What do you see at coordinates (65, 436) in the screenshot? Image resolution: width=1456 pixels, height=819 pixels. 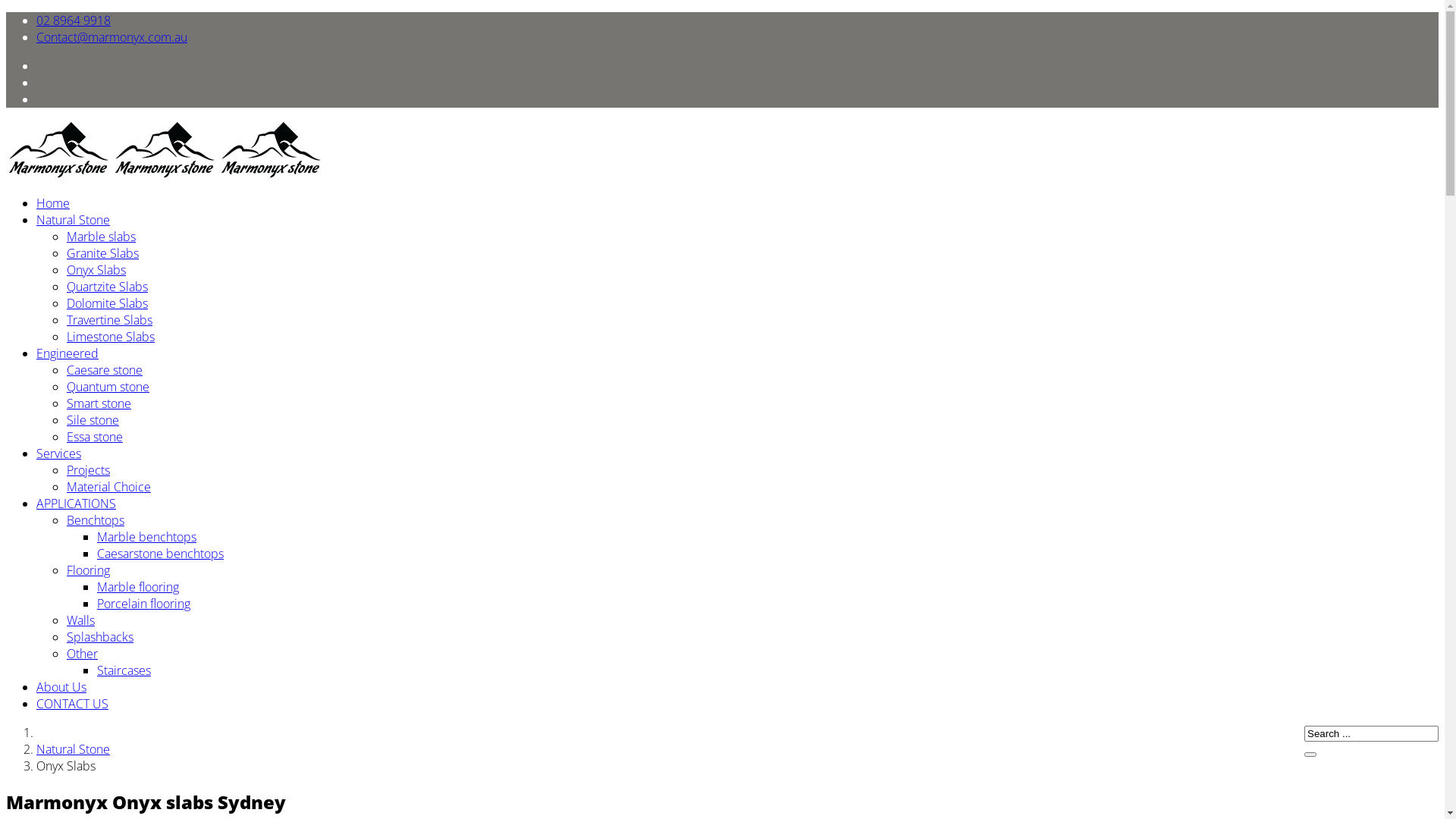 I see `'Essa stone'` at bounding box center [65, 436].